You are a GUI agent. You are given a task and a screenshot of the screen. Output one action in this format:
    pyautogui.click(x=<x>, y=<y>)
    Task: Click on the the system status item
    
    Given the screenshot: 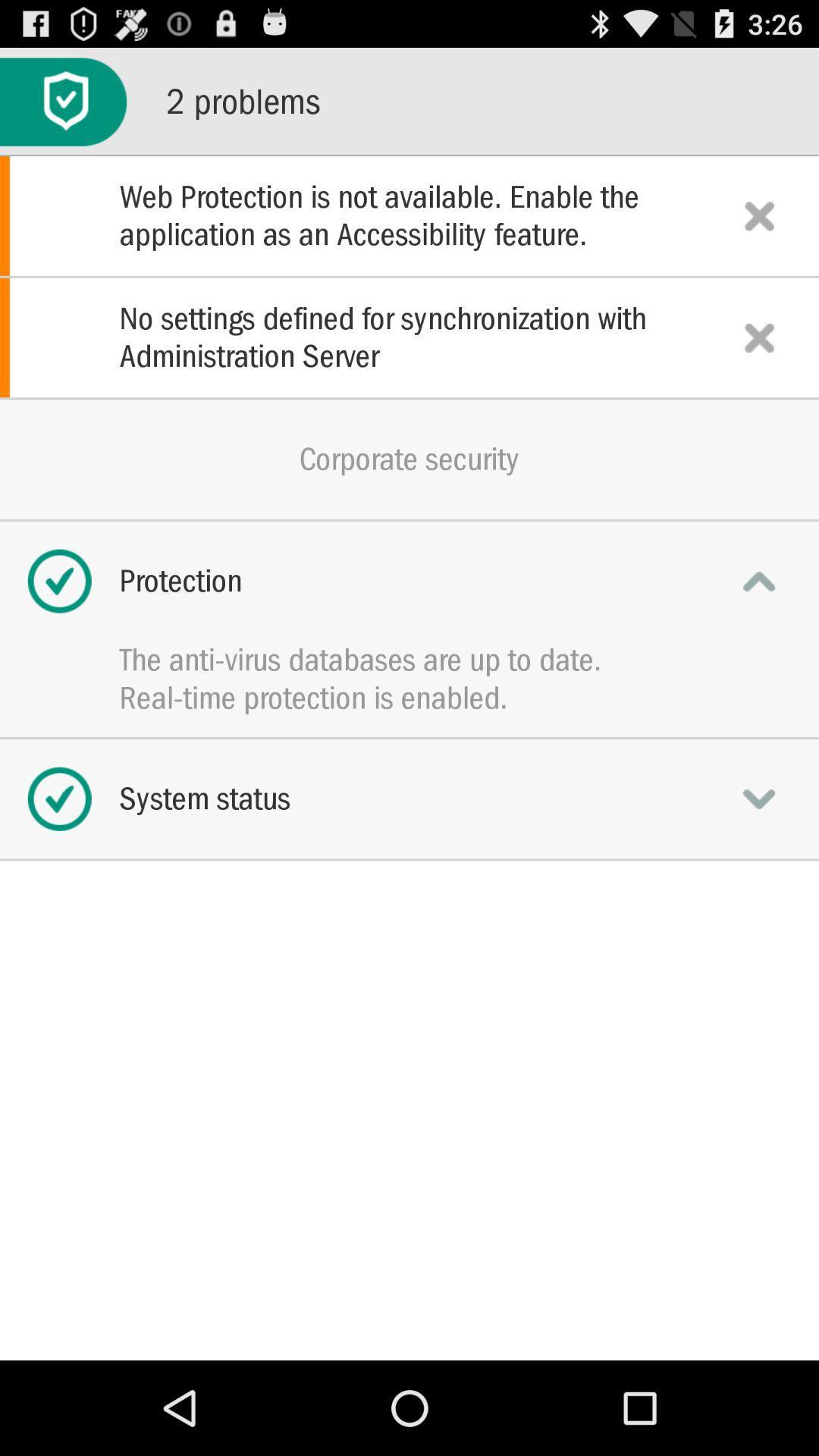 What is the action you would take?
    pyautogui.click(x=409, y=798)
    